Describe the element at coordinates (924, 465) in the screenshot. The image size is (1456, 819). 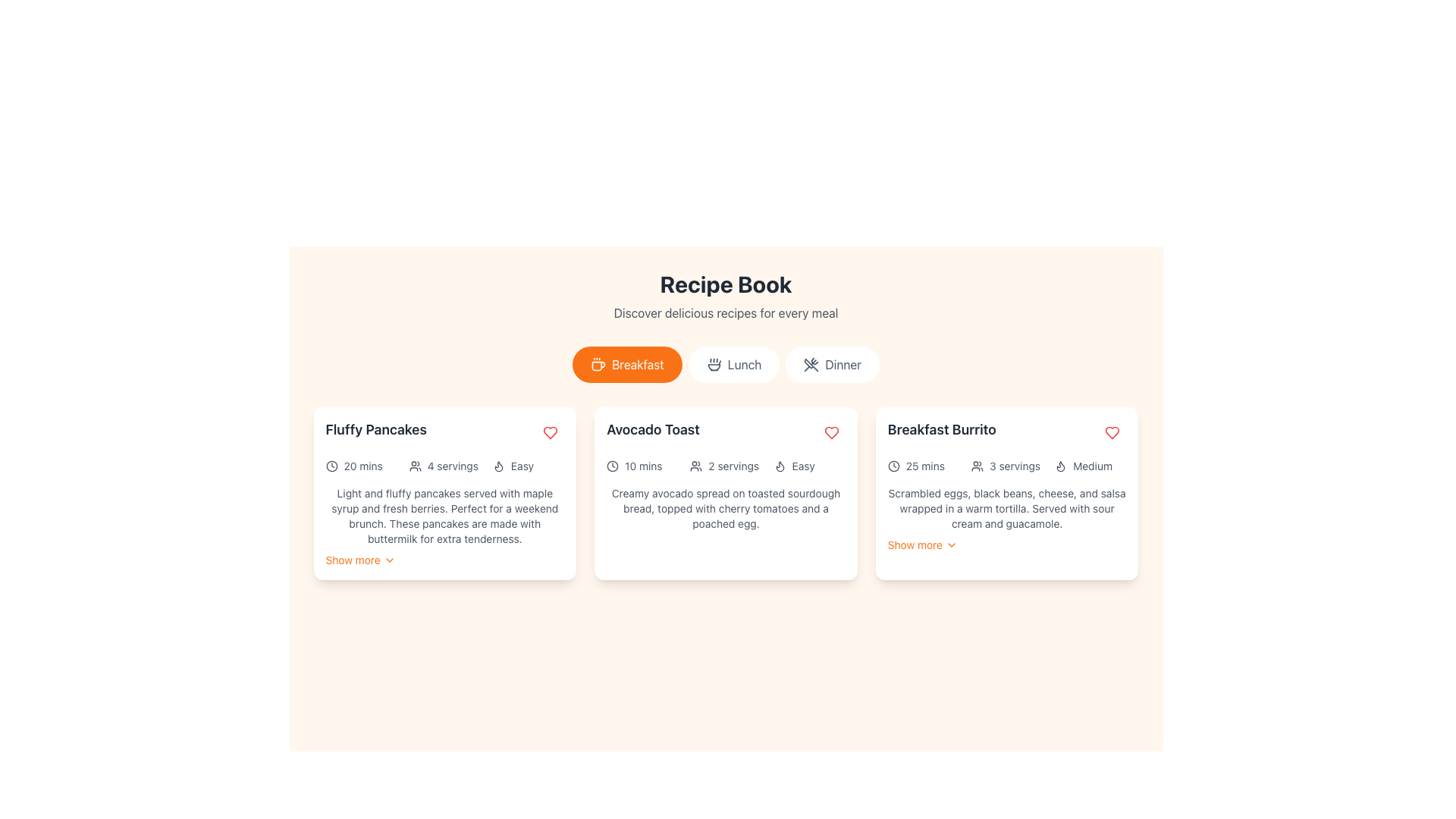
I see `the Text Label that specifies the preparation or cooking time for the 'Breakfast Burrito' recipe, located in the center right of the interface adjacent to the clock icon` at that location.